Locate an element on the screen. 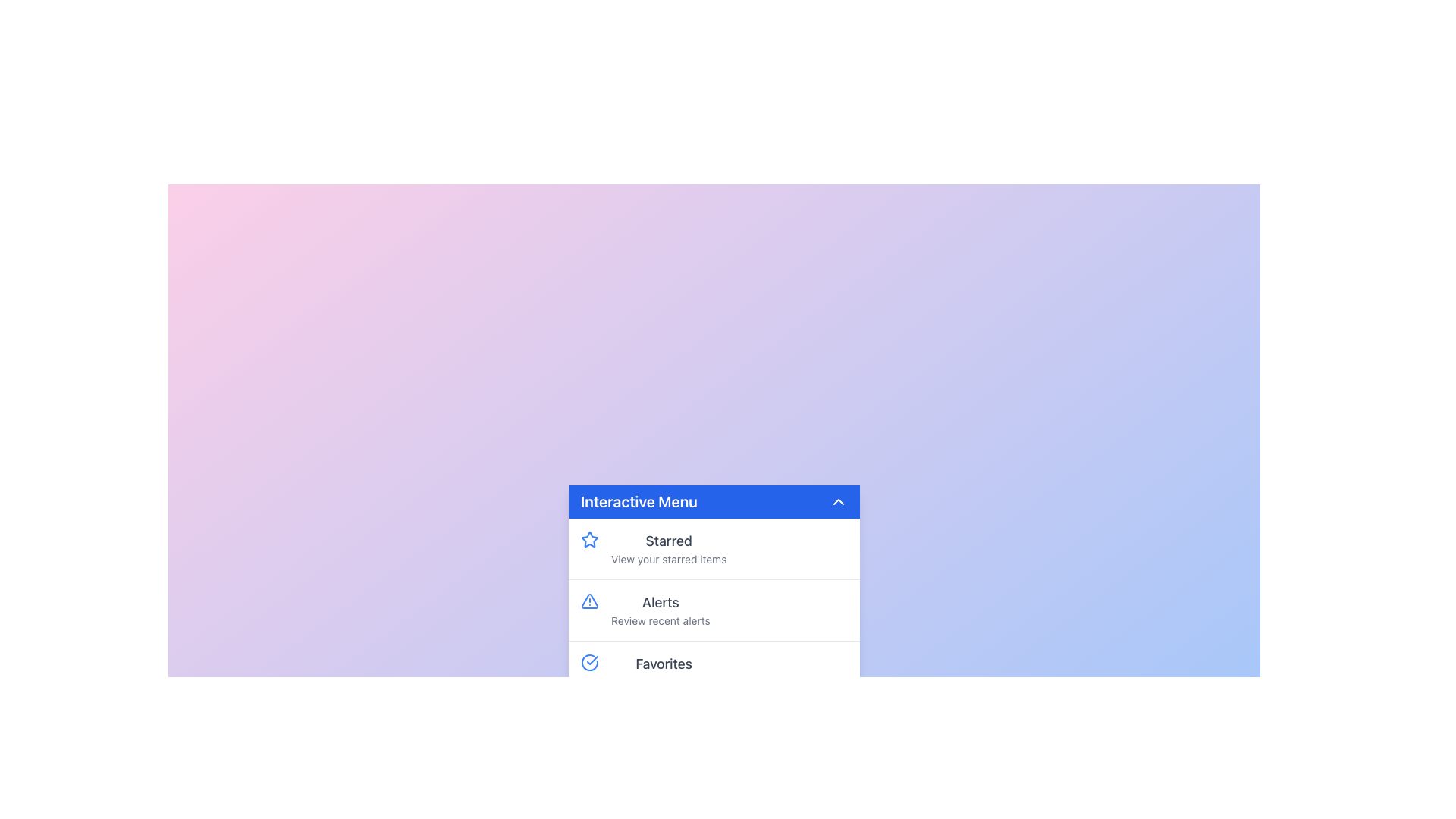 This screenshot has height=819, width=1456. the last menu item in the 'Interactive Menu' panel located at the bottom of the vertical menu, beneath the 'Alerts' menu item is located at coordinates (713, 671).